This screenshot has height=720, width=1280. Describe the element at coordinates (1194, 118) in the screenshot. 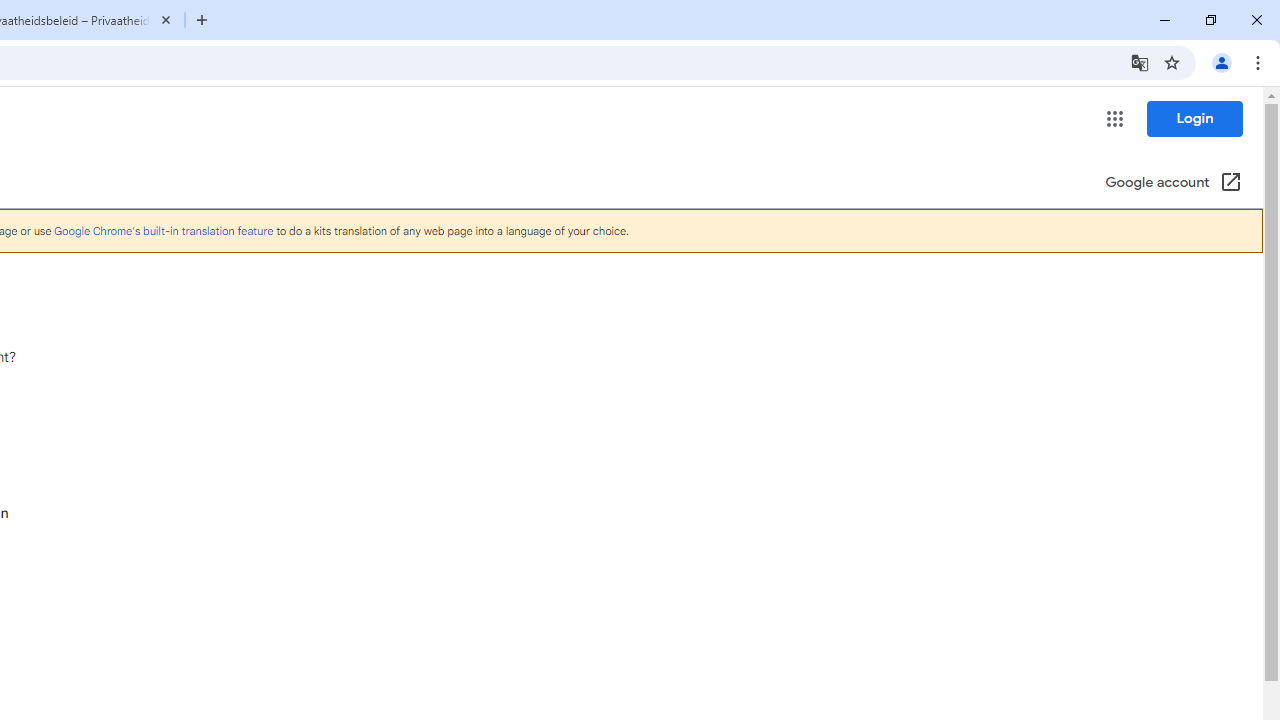

I see `'Login'` at that location.